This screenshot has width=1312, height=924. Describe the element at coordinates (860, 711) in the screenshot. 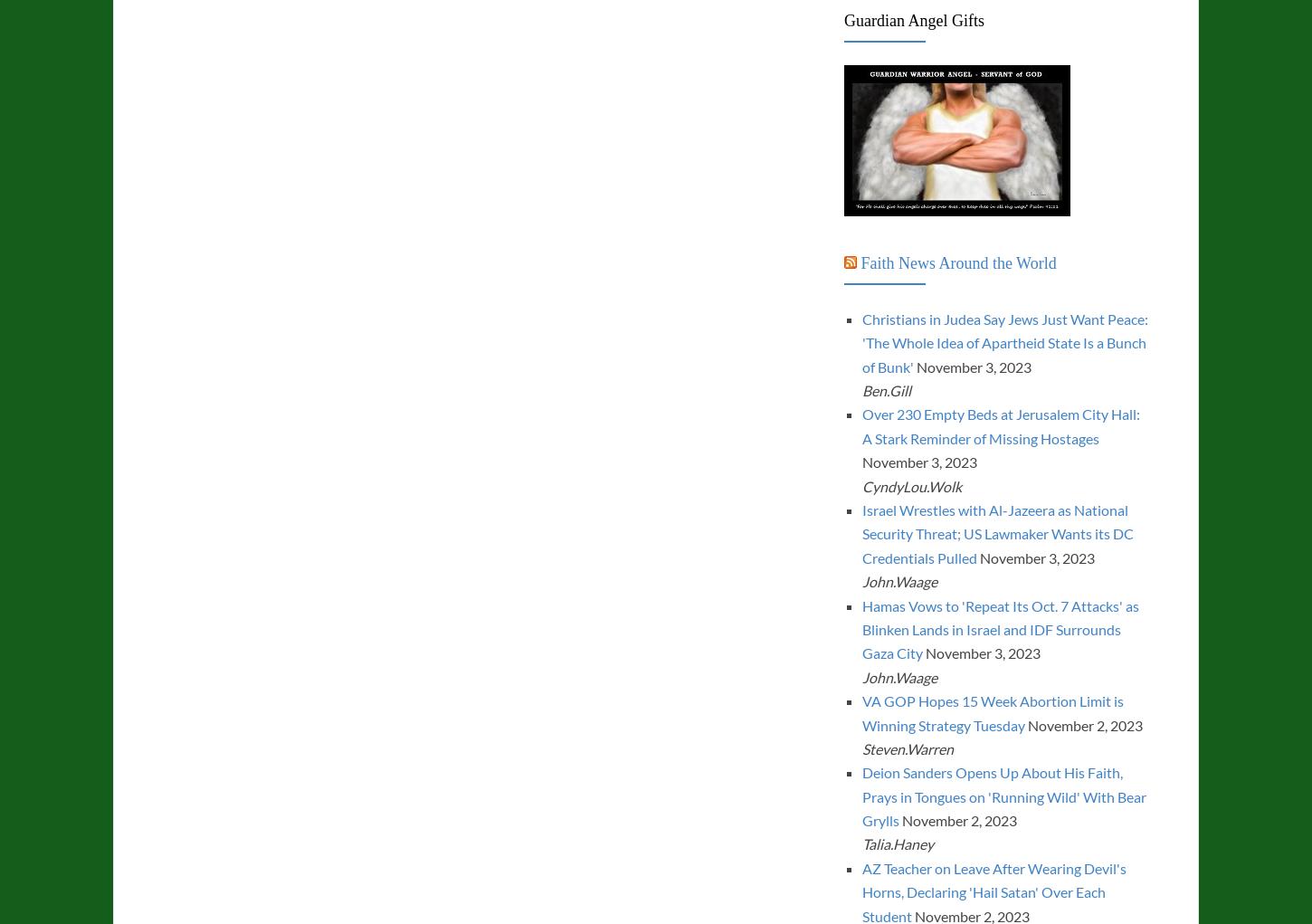

I see `'VA GOP Hopes 15 Week Abortion Limit is Winning Strategy Tuesday'` at that location.